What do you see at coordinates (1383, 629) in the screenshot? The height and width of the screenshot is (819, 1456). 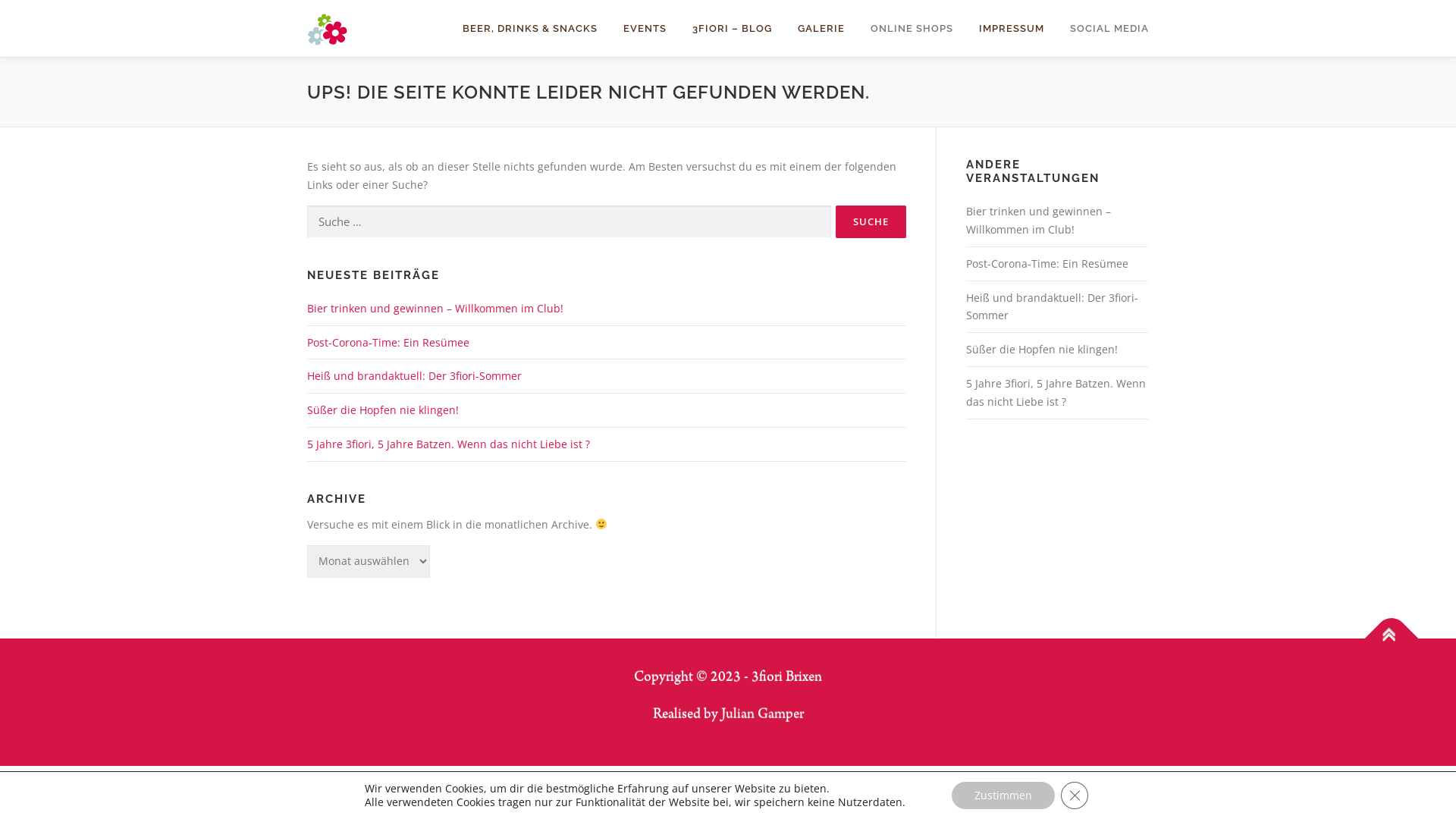 I see `'Nach Oben'` at bounding box center [1383, 629].